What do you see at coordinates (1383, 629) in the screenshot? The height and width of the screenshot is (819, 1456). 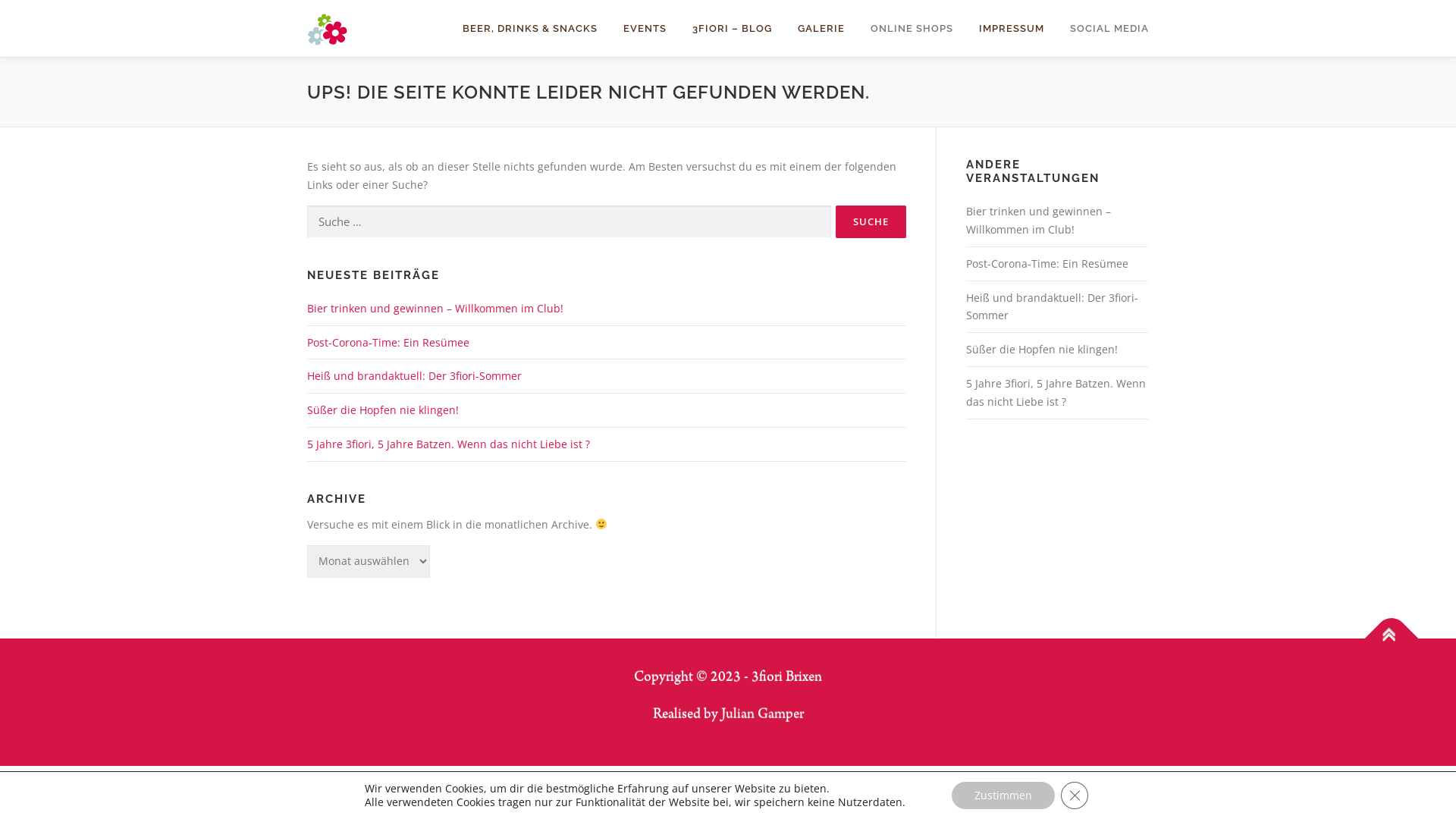 I see `'Nach Oben'` at bounding box center [1383, 629].